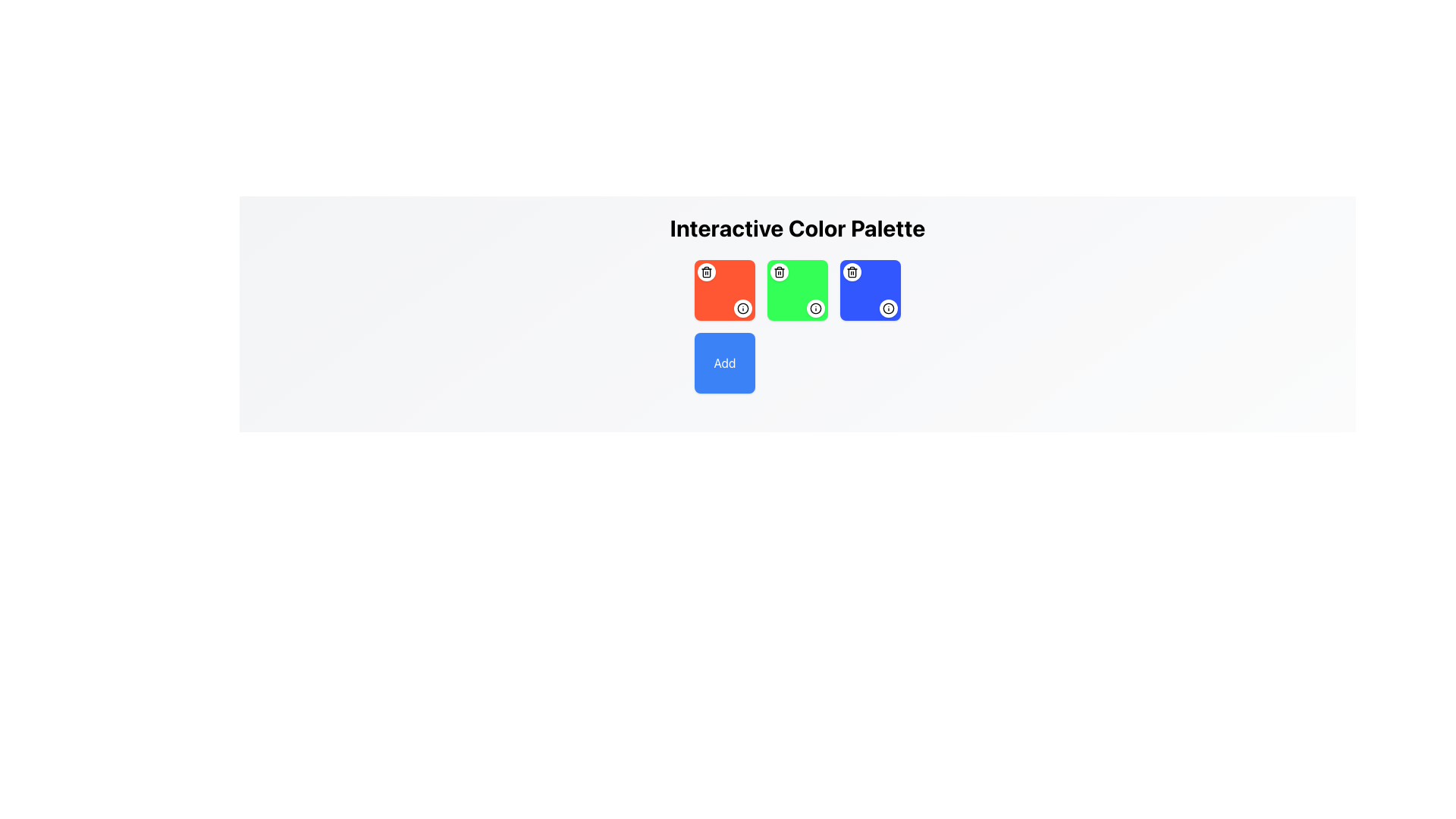 This screenshot has height=819, width=1456. Describe the element at coordinates (742, 308) in the screenshot. I see `the outermost circle graphic element in the icon` at that location.